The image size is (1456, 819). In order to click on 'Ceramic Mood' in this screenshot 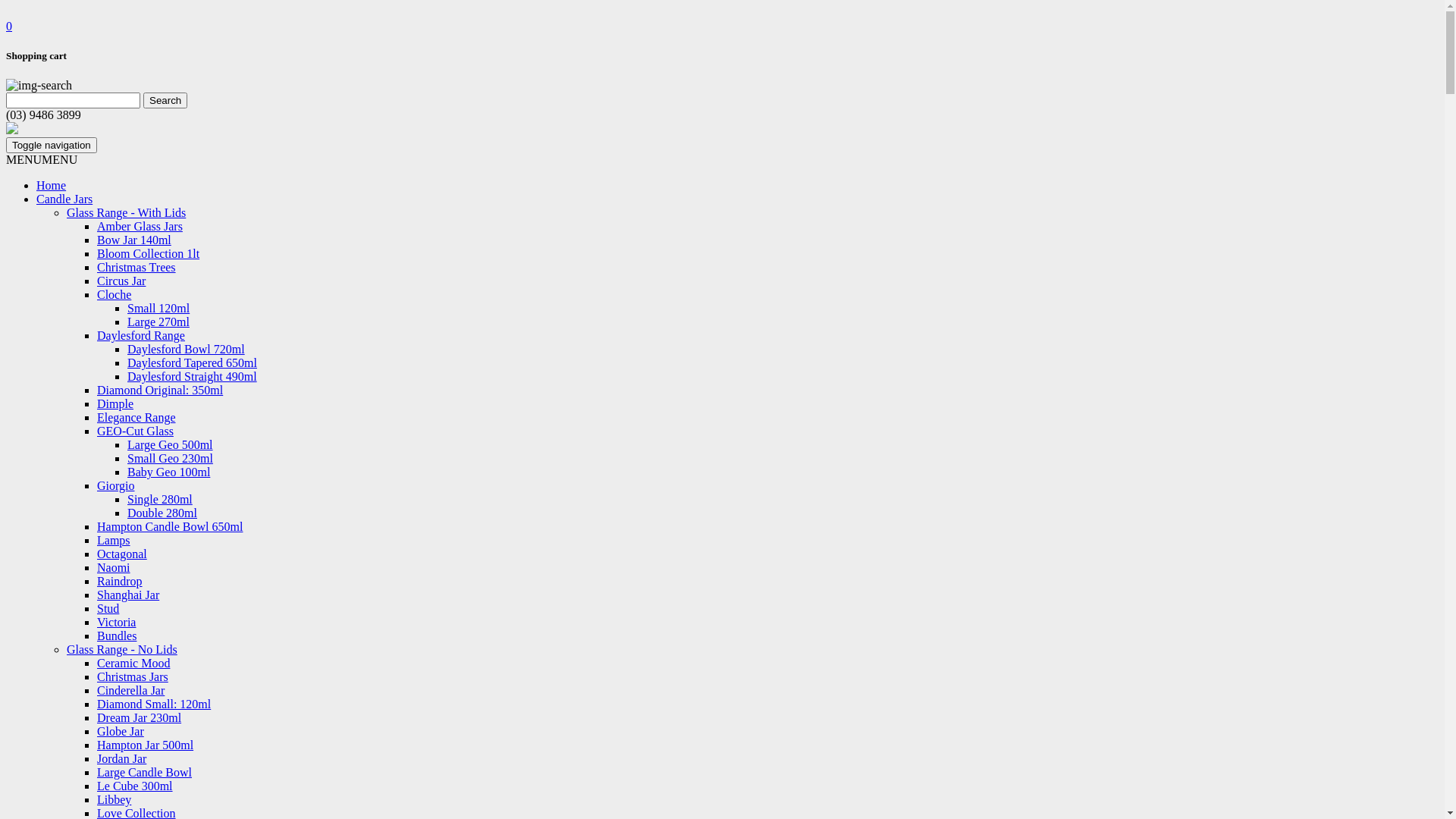, I will do `click(133, 662)`.